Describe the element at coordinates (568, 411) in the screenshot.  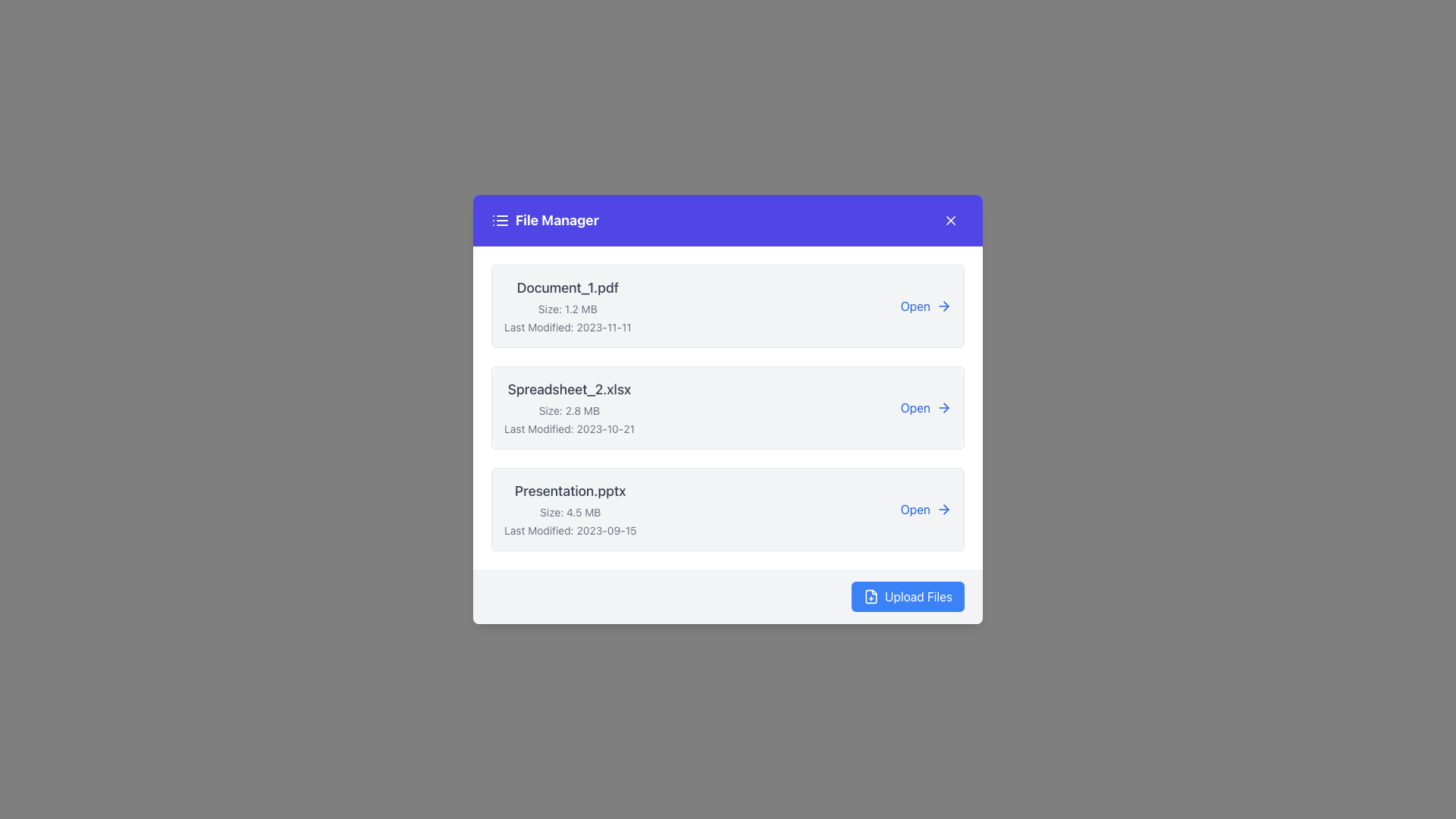
I see `text element located below 'Spreadsheet_2.xlsx' and above the 'Last Modified' attribute that describes the file size` at that location.